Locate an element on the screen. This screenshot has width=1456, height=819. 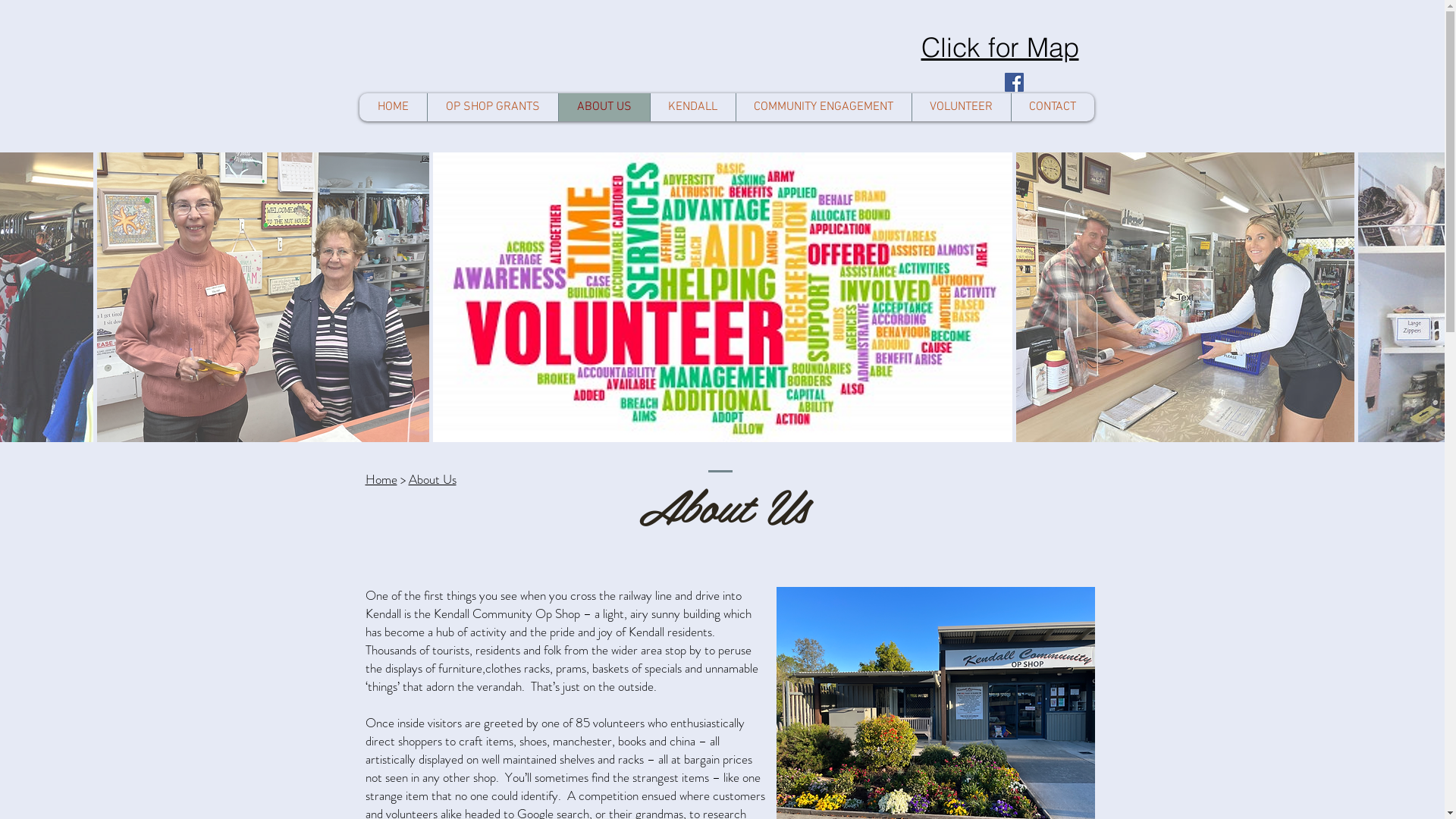
'Home' is located at coordinates (365, 479).